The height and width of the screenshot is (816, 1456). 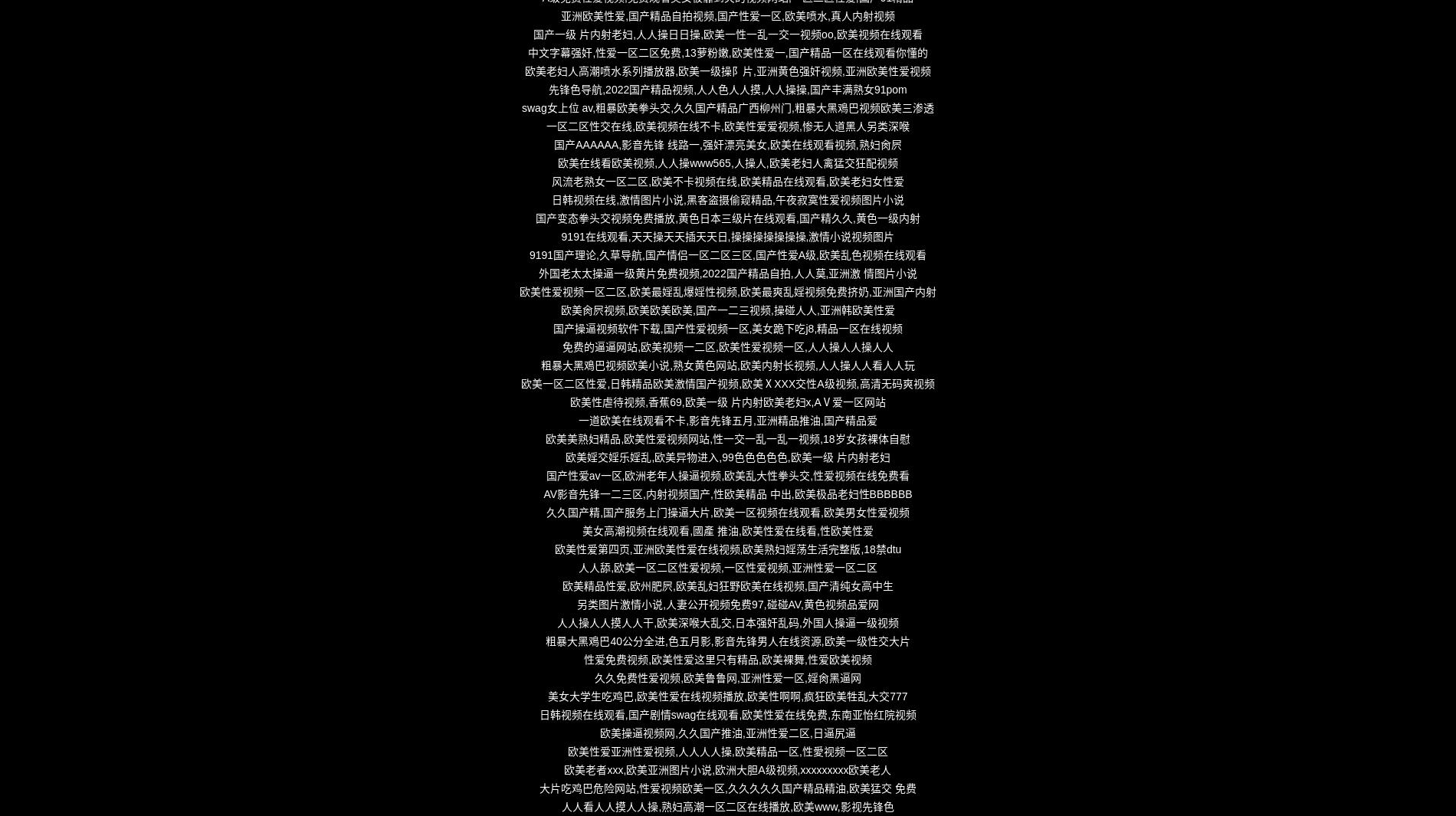 What do you see at coordinates (726, 254) in the screenshot?
I see `'9191国产理论,久草导航,国产情侣一区二区三区,国产性爱A级,欧美乱色视频在线观看'` at bounding box center [726, 254].